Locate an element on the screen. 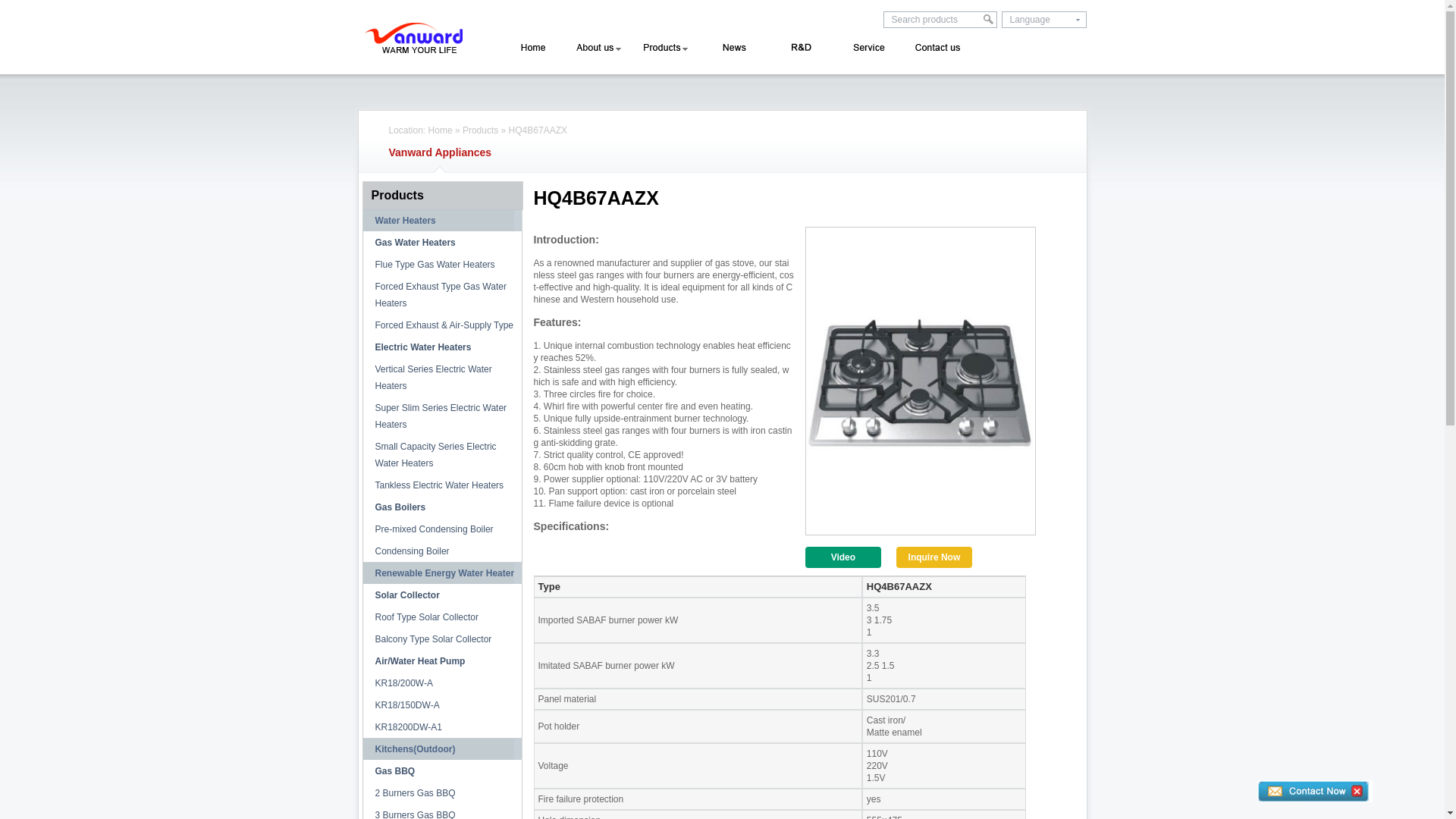 The width and height of the screenshot is (1456, 819). 'Video' is located at coordinates (843, 557).